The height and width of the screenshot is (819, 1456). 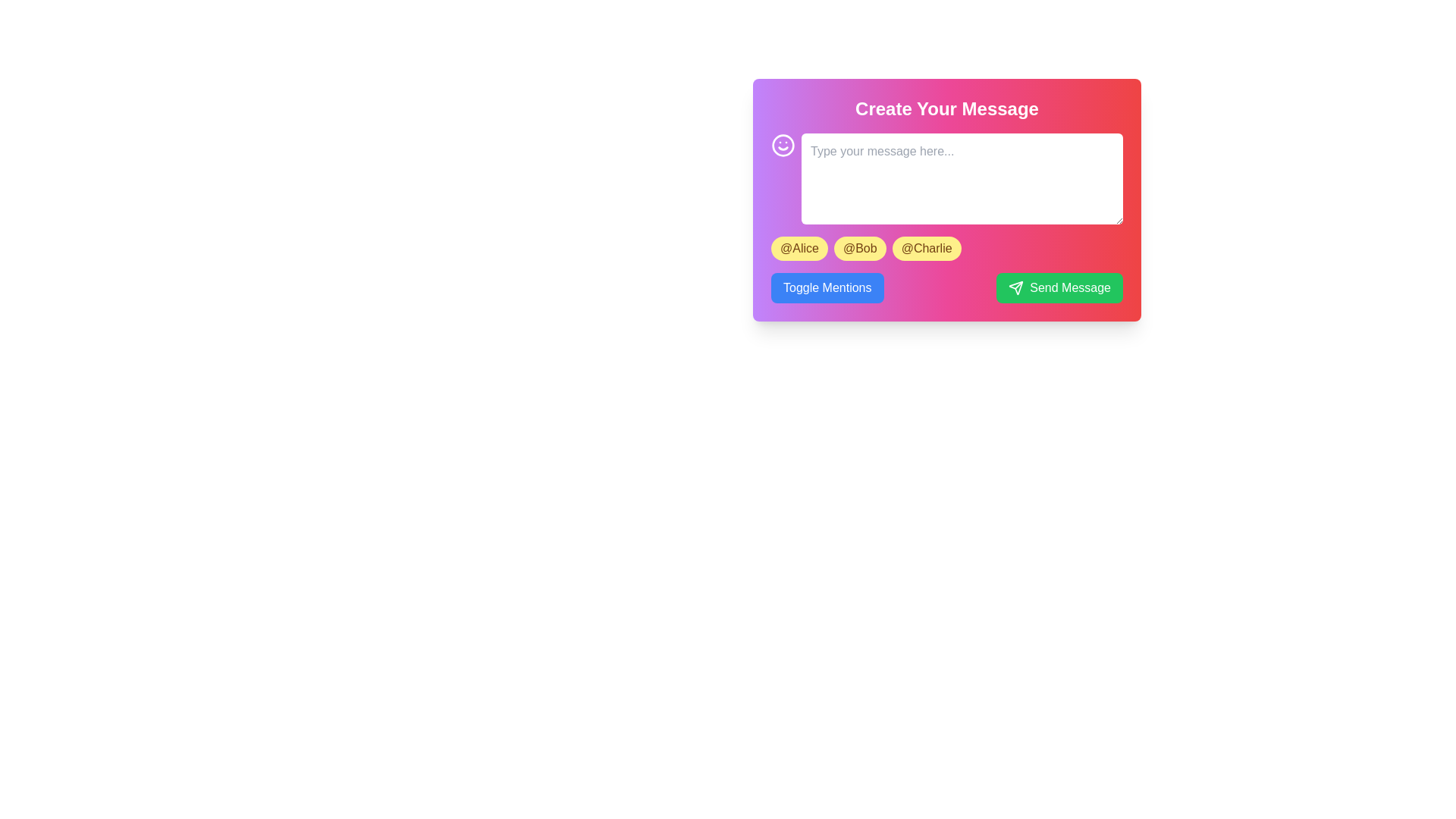 I want to click on the first pill-shaped button with a yellow background and the text '@Alice' in bold brown font, so click(x=799, y=247).